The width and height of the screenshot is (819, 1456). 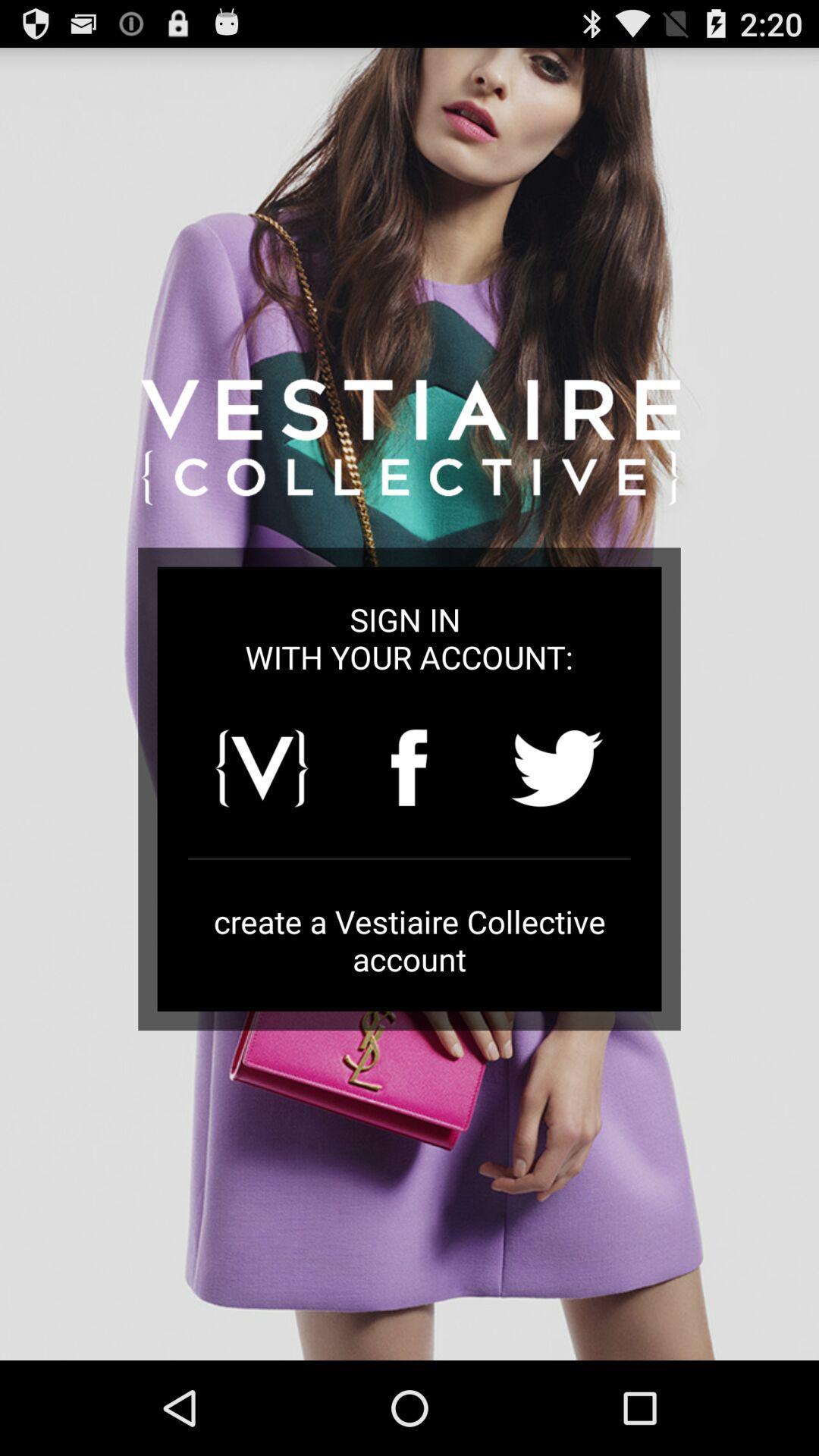 What do you see at coordinates (408, 821) in the screenshot?
I see `the facebook icon` at bounding box center [408, 821].